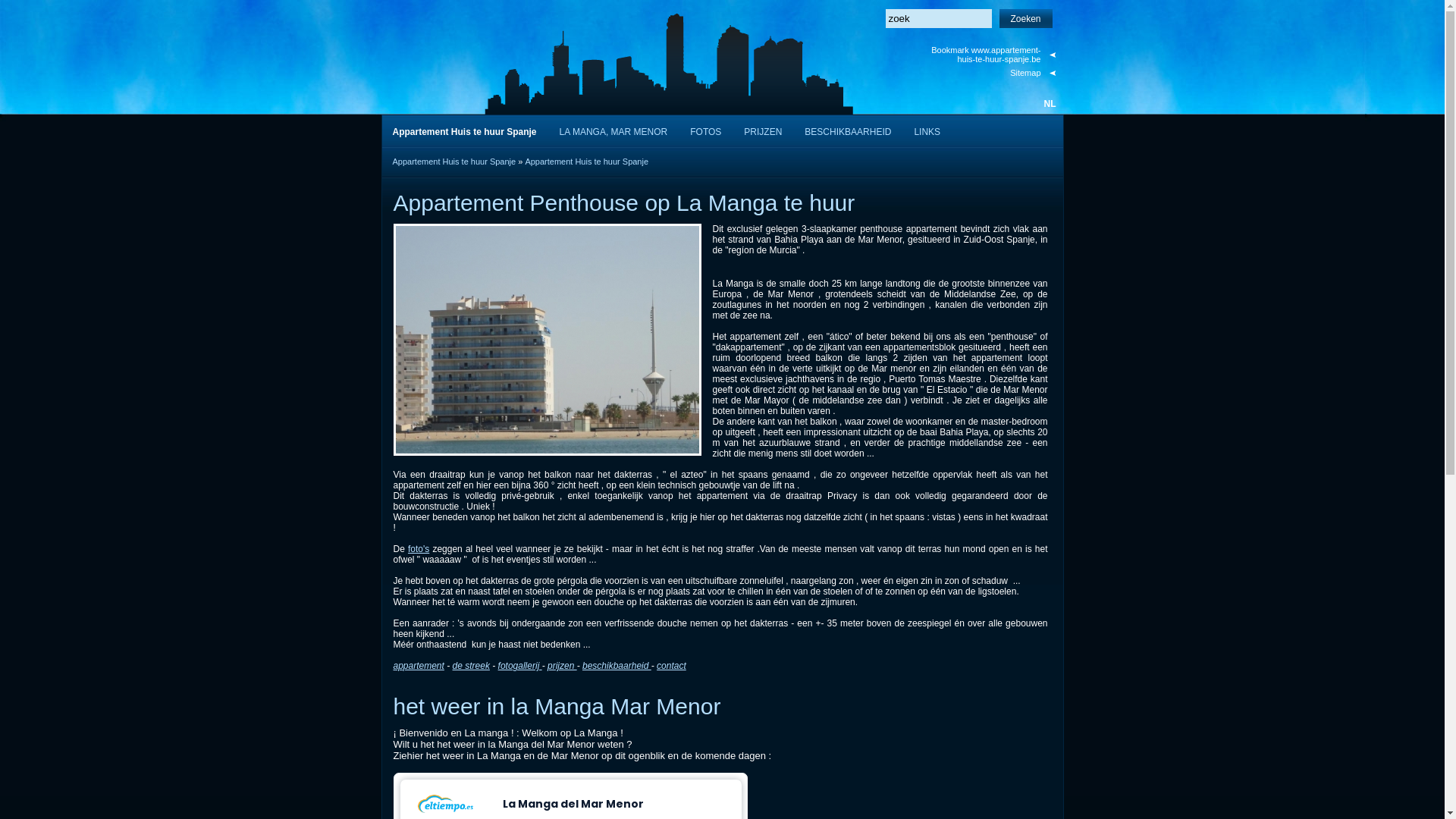 This screenshot has width=1456, height=819. Describe the element at coordinates (763, 130) in the screenshot. I see `'PRIJZEN'` at that location.